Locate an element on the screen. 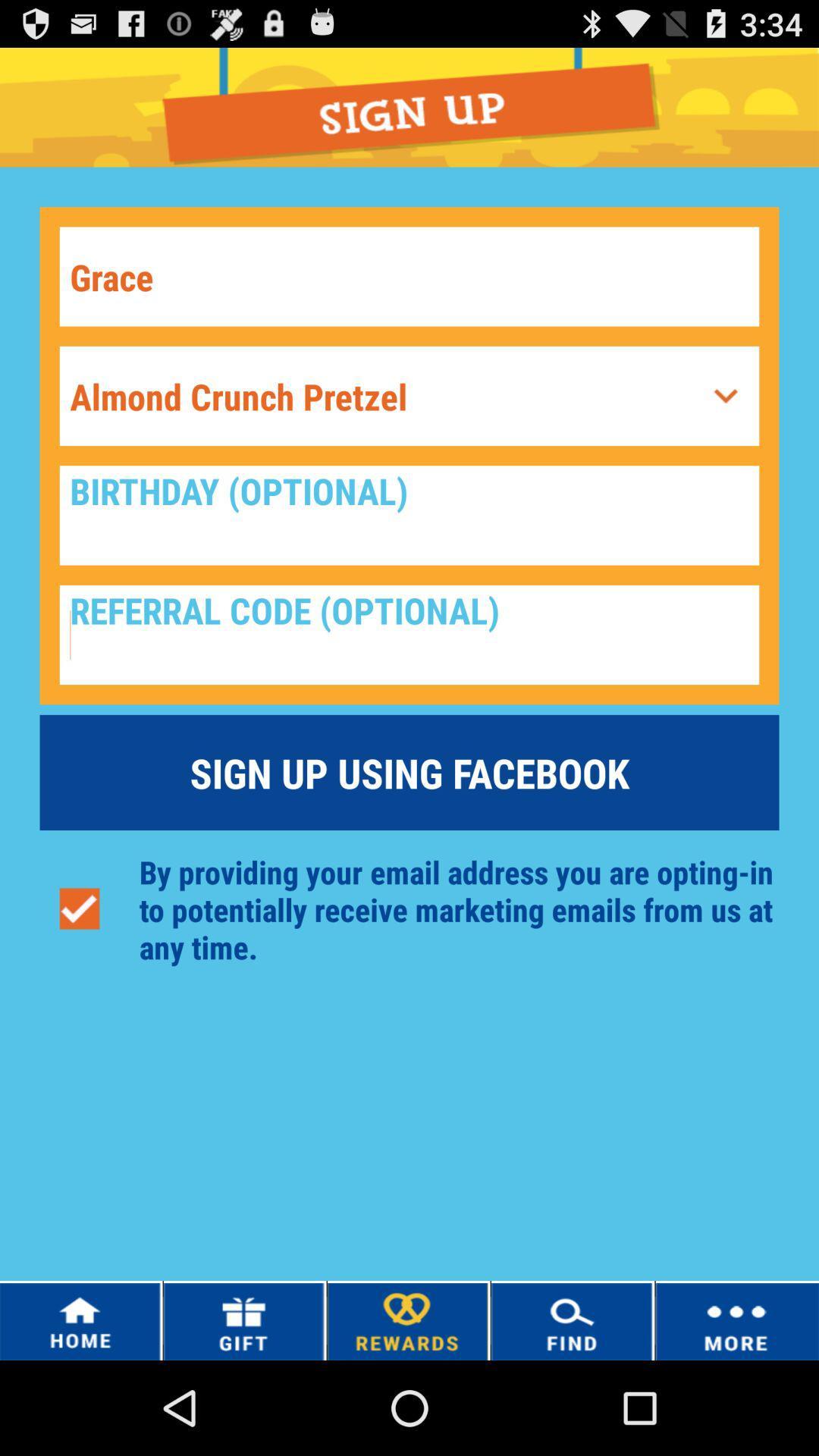 Image resolution: width=819 pixels, height=1456 pixels. the option rewards is located at coordinates (406, 1320).